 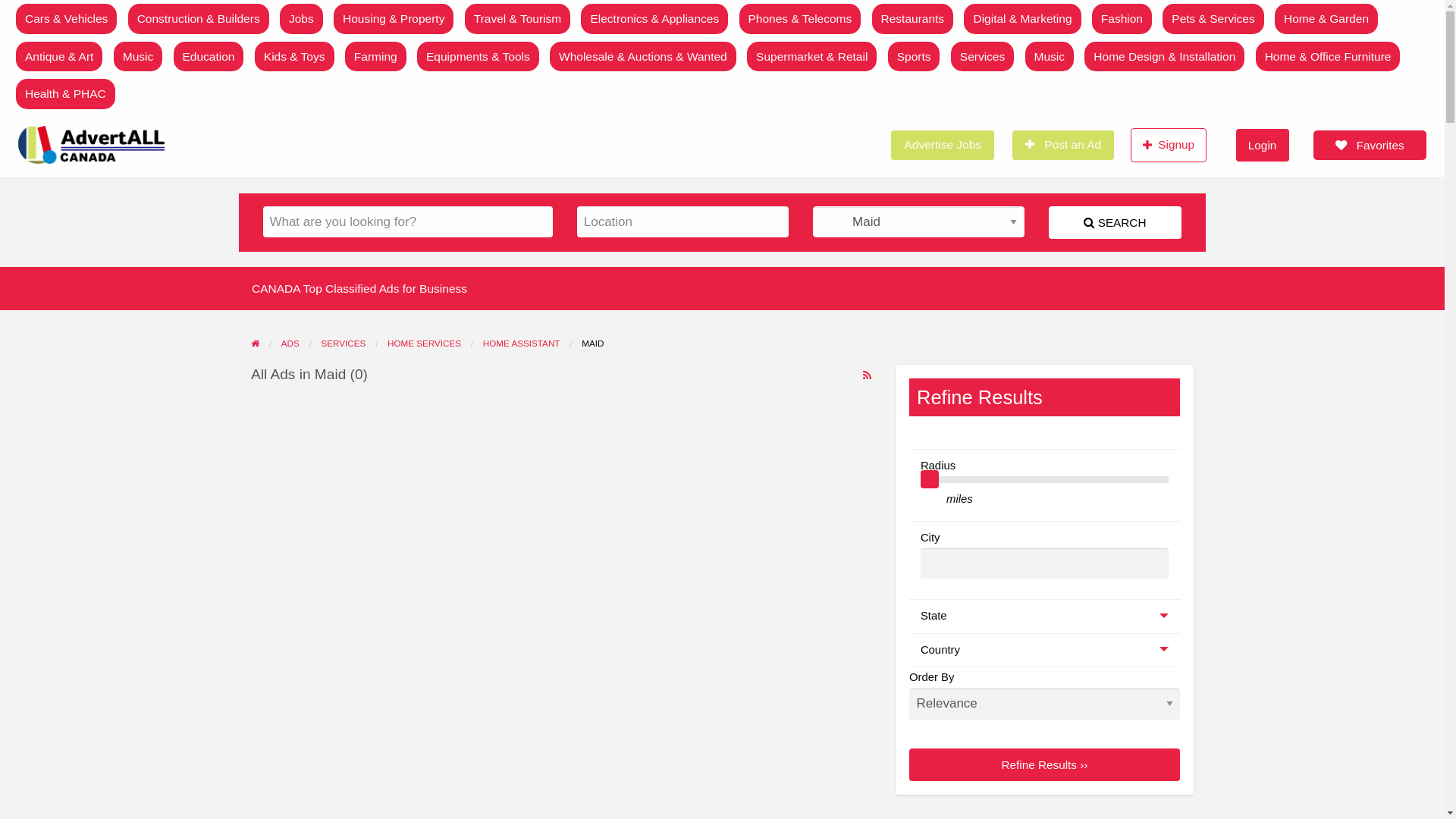 I want to click on 'RSS Feed for ad tag Maid', so click(x=867, y=375).